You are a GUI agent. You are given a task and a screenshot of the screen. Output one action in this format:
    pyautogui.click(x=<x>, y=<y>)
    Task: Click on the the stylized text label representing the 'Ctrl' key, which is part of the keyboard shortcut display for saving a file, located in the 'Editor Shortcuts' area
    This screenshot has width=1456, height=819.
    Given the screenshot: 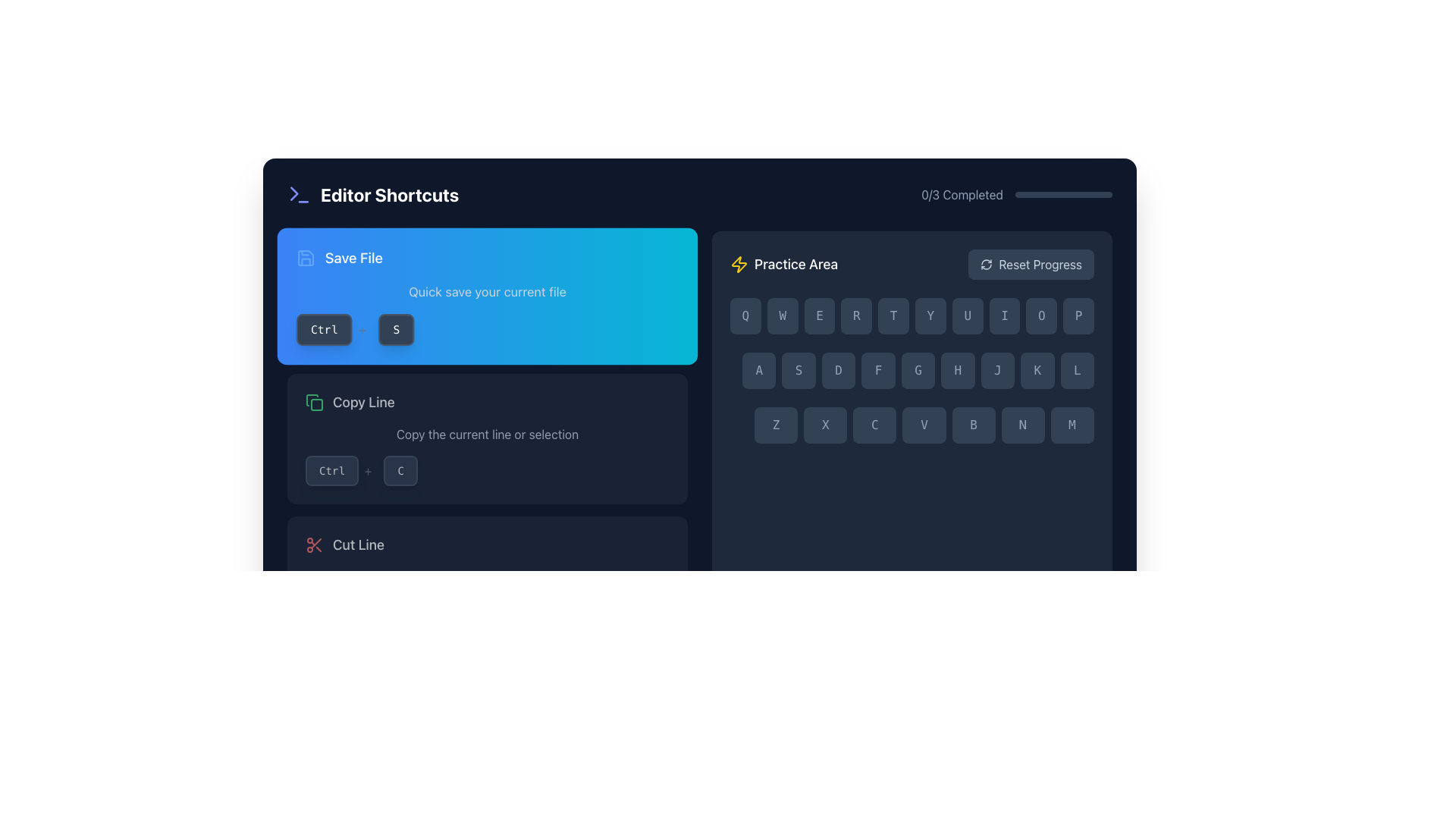 What is the action you would take?
    pyautogui.click(x=323, y=329)
    